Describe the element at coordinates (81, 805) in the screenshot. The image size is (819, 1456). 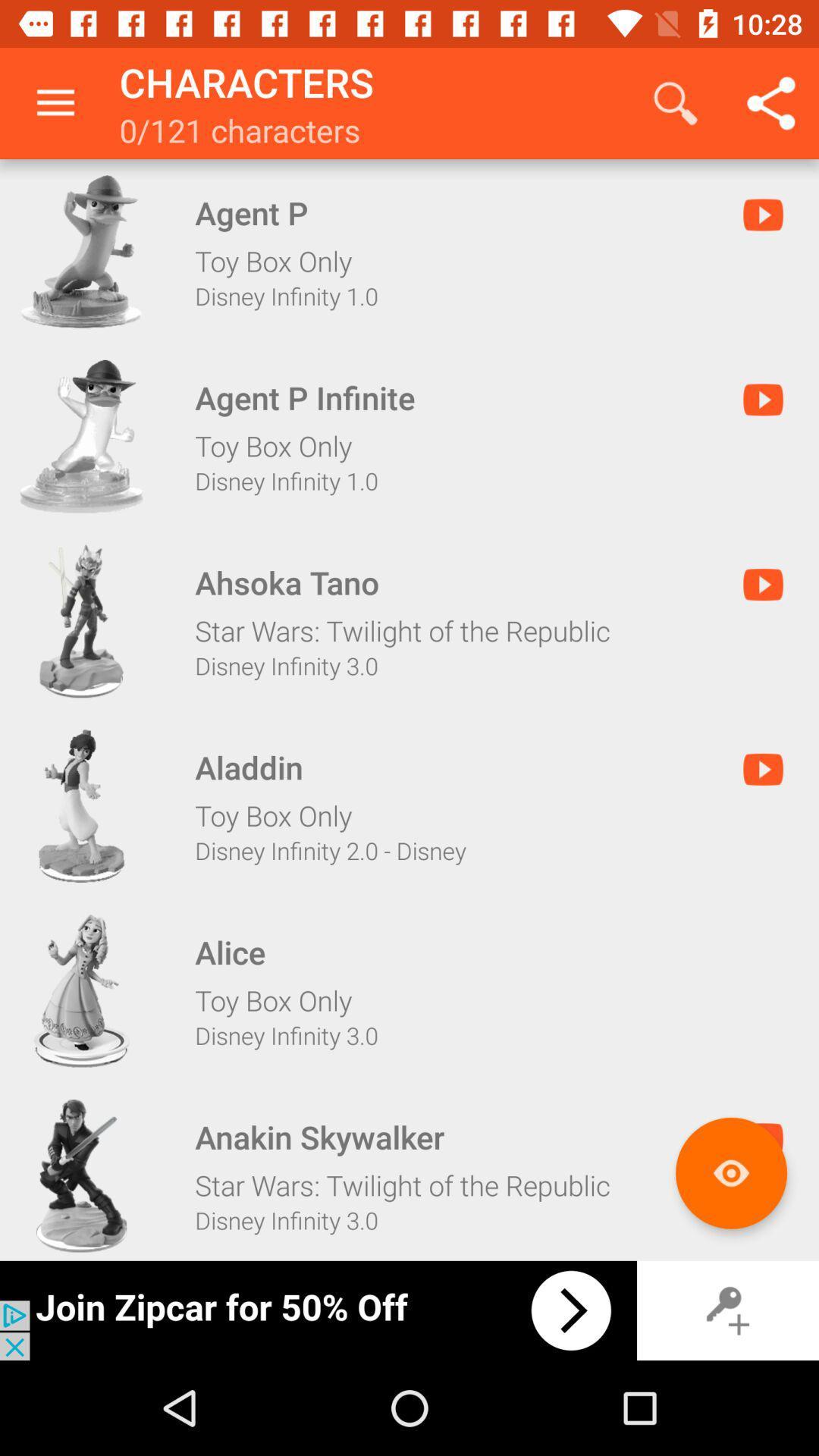
I see `aladdin page` at that location.